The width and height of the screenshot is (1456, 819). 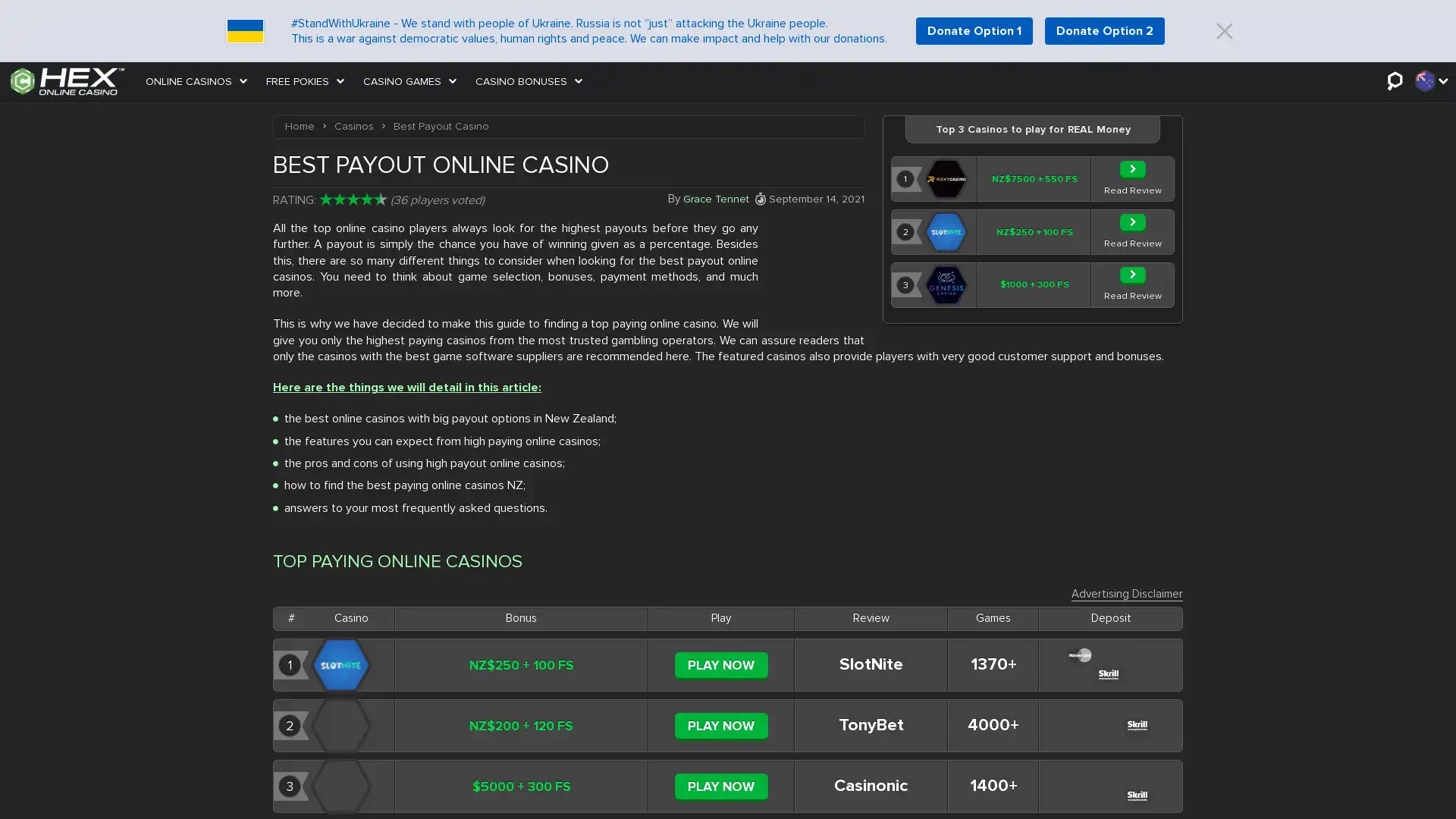 I want to click on PLAY NOW, so click(x=720, y=786).